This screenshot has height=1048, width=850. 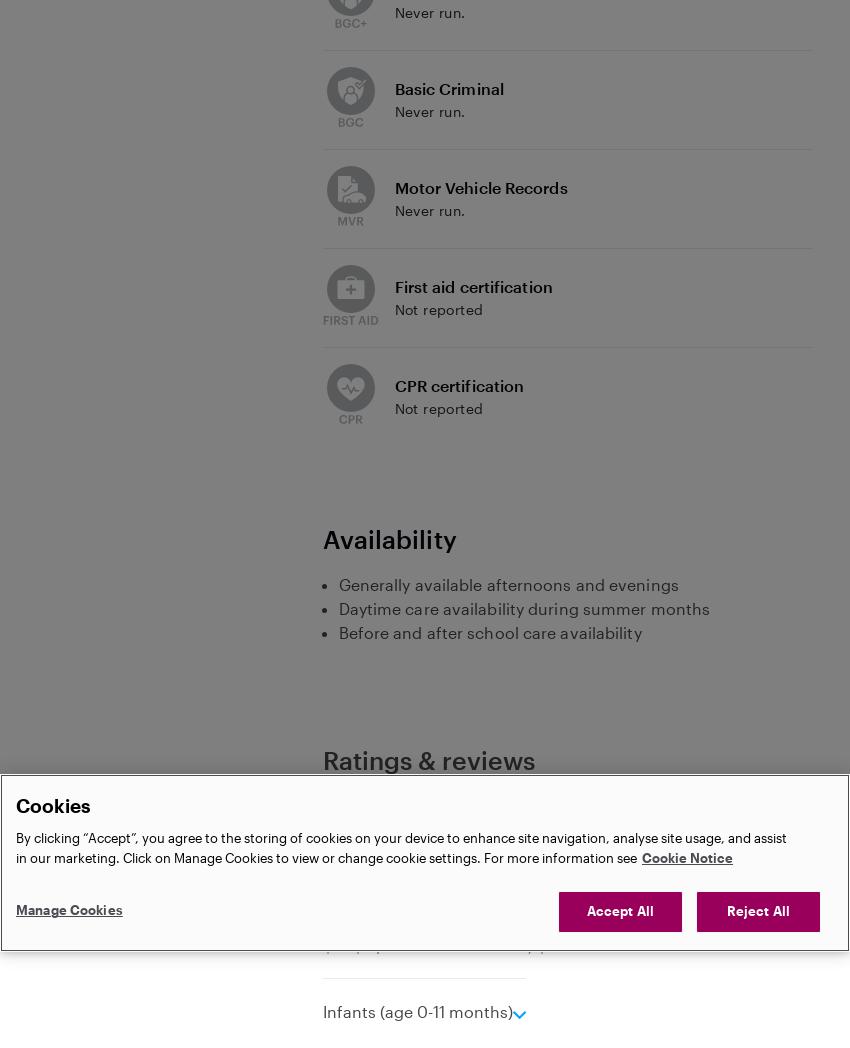 I want to click on 'Dominique doesn't have any reviews yet.', so click(x=321, y=819).